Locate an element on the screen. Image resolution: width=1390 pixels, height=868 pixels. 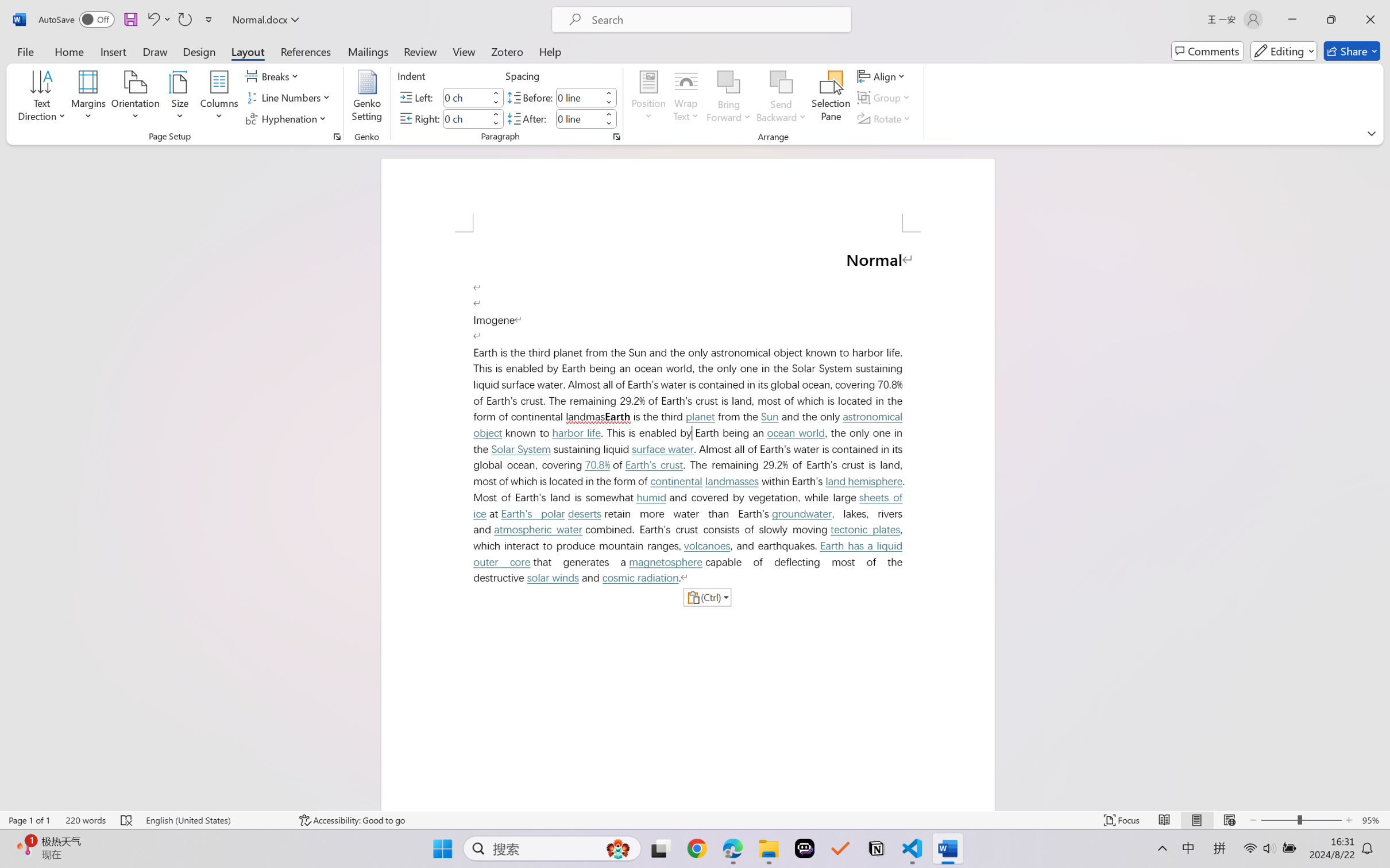
'Line Numbers' is located at coordinates (289, 98).